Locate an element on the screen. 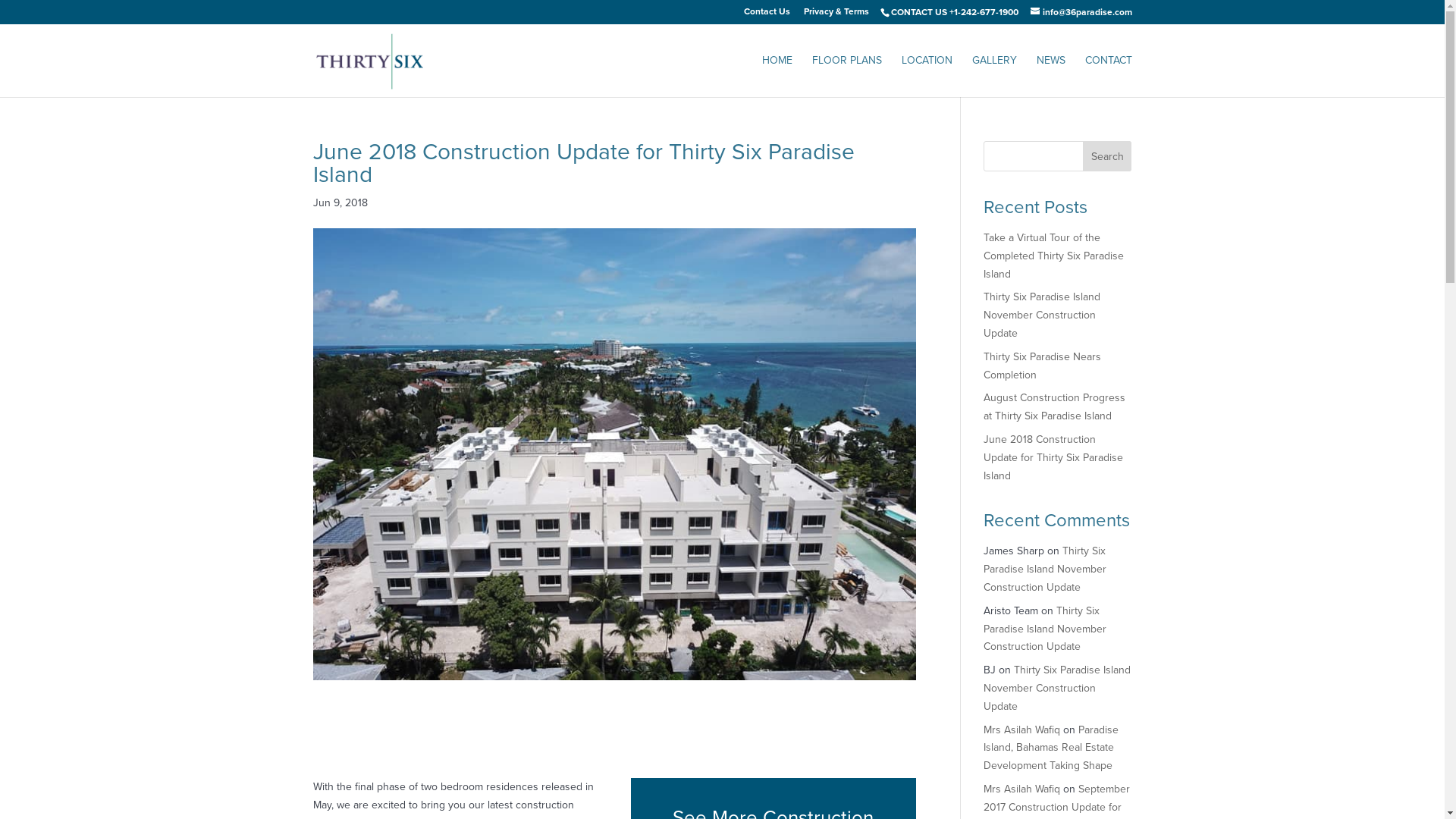 This screenshot has width=1456, height=819. 'Thirty Six Paradise Island November Construction Update' is located at coordinates (983, 569).